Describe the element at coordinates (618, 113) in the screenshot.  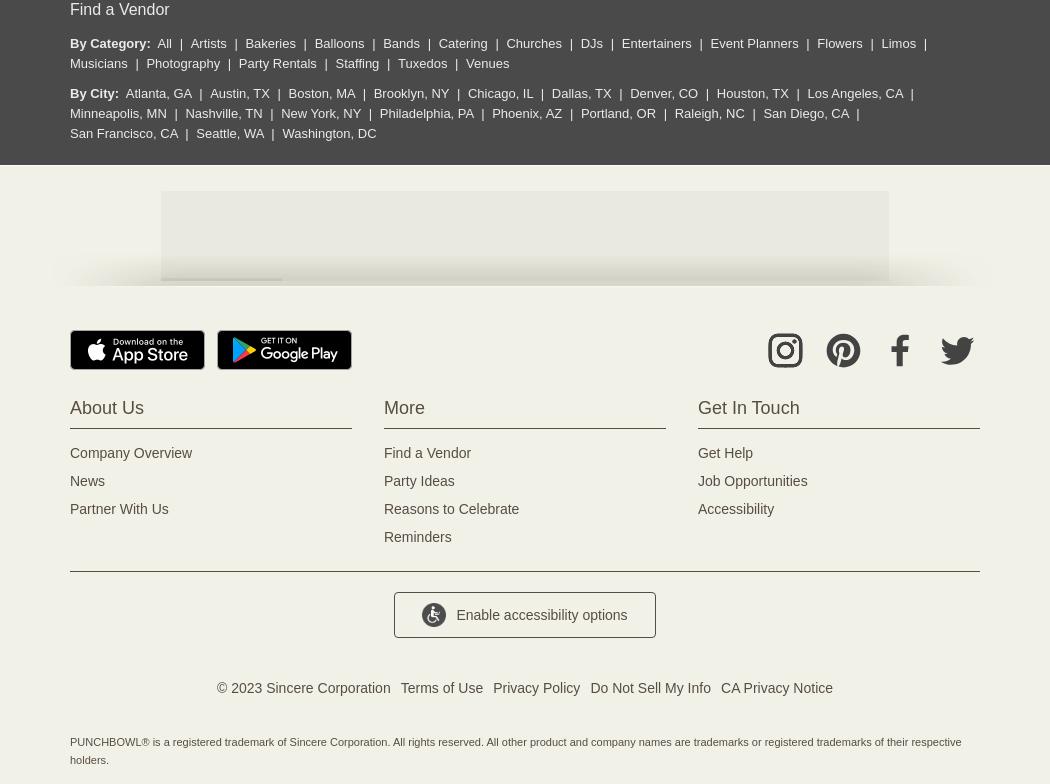
I see `'Portland, OR'` at that location.